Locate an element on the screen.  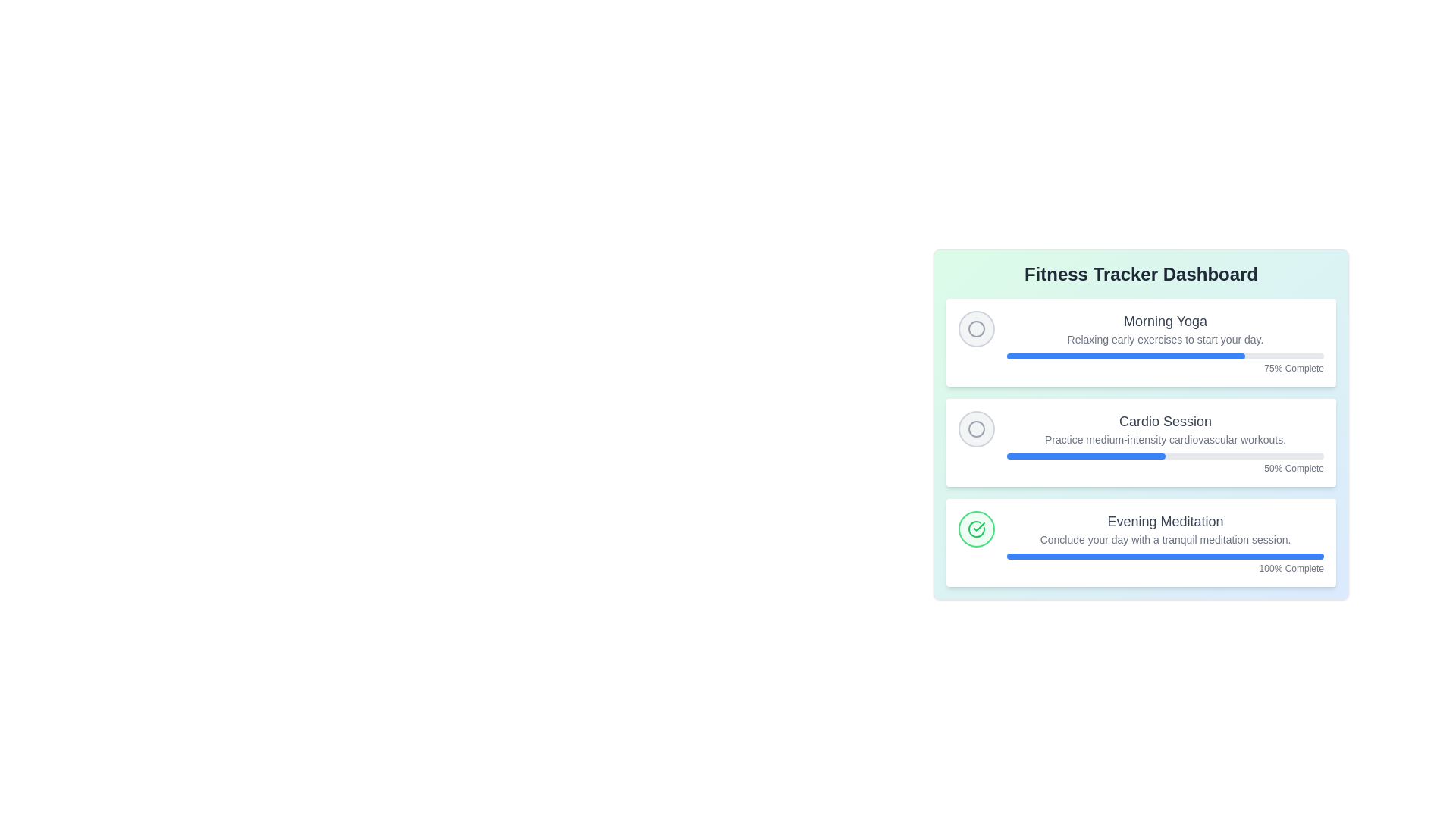
the circular icon with a green border and a checkmark symbol in the third section of the dashboard is located at coordinates (976, 529).